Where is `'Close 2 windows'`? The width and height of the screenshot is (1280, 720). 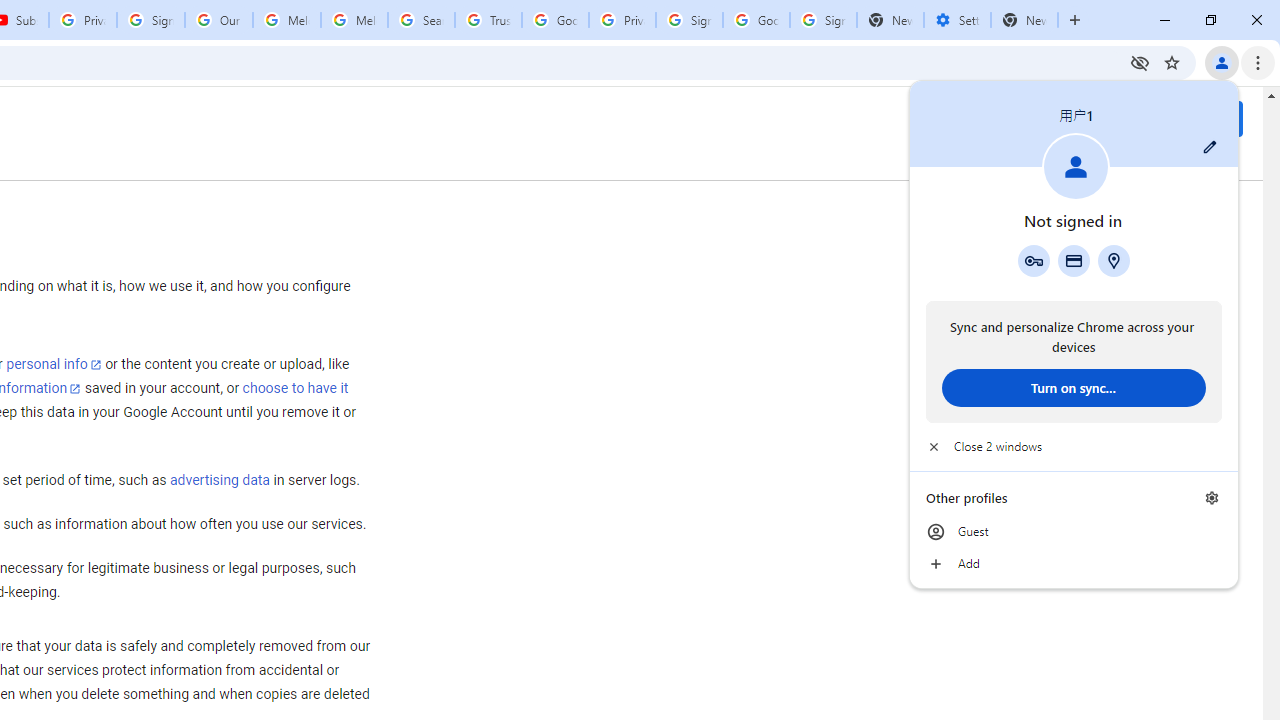 'Close 2 windows' is located at coordinates (1072, 446).